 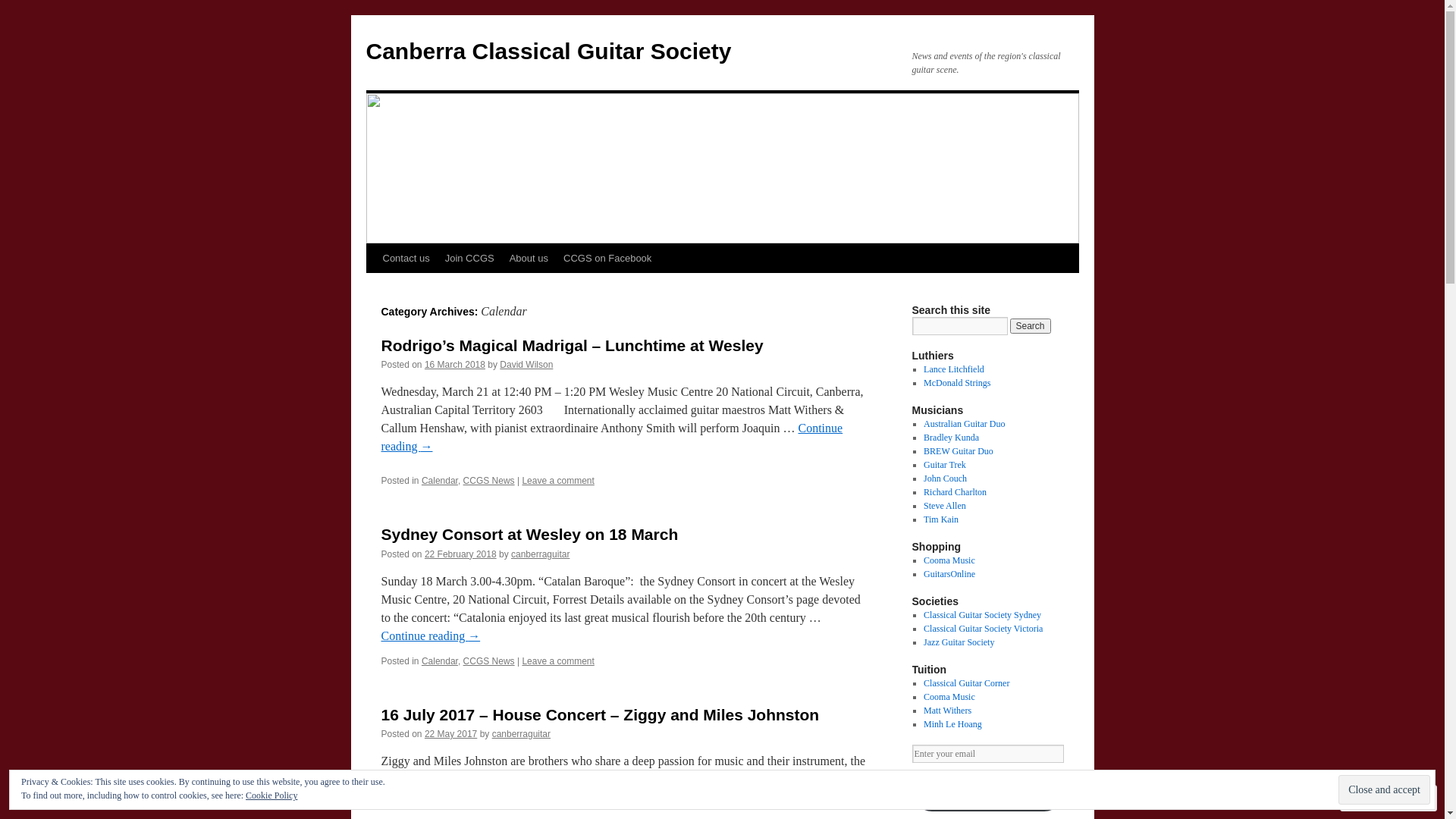 I want to click on 'Follow', so click(x=1375, y=797).